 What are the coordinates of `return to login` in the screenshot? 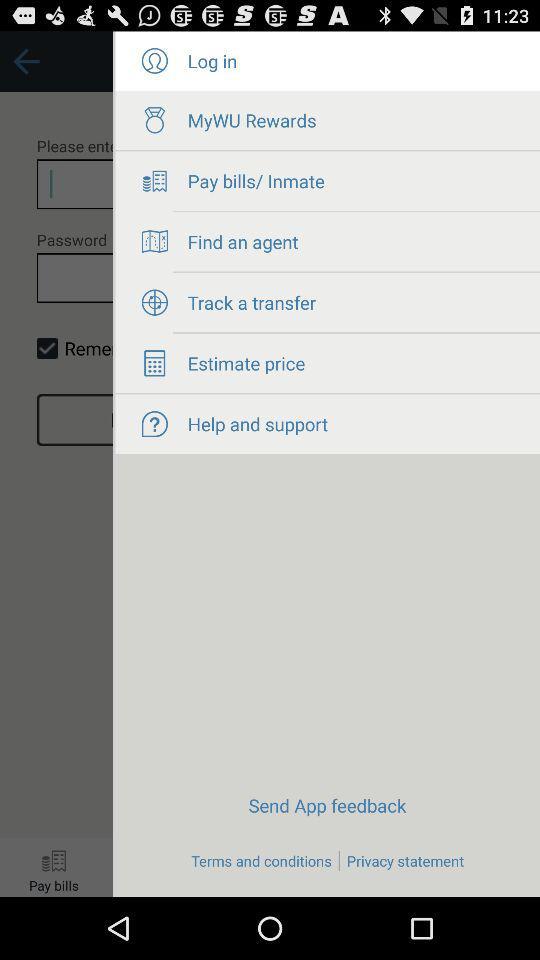 It's located at (56, 464).